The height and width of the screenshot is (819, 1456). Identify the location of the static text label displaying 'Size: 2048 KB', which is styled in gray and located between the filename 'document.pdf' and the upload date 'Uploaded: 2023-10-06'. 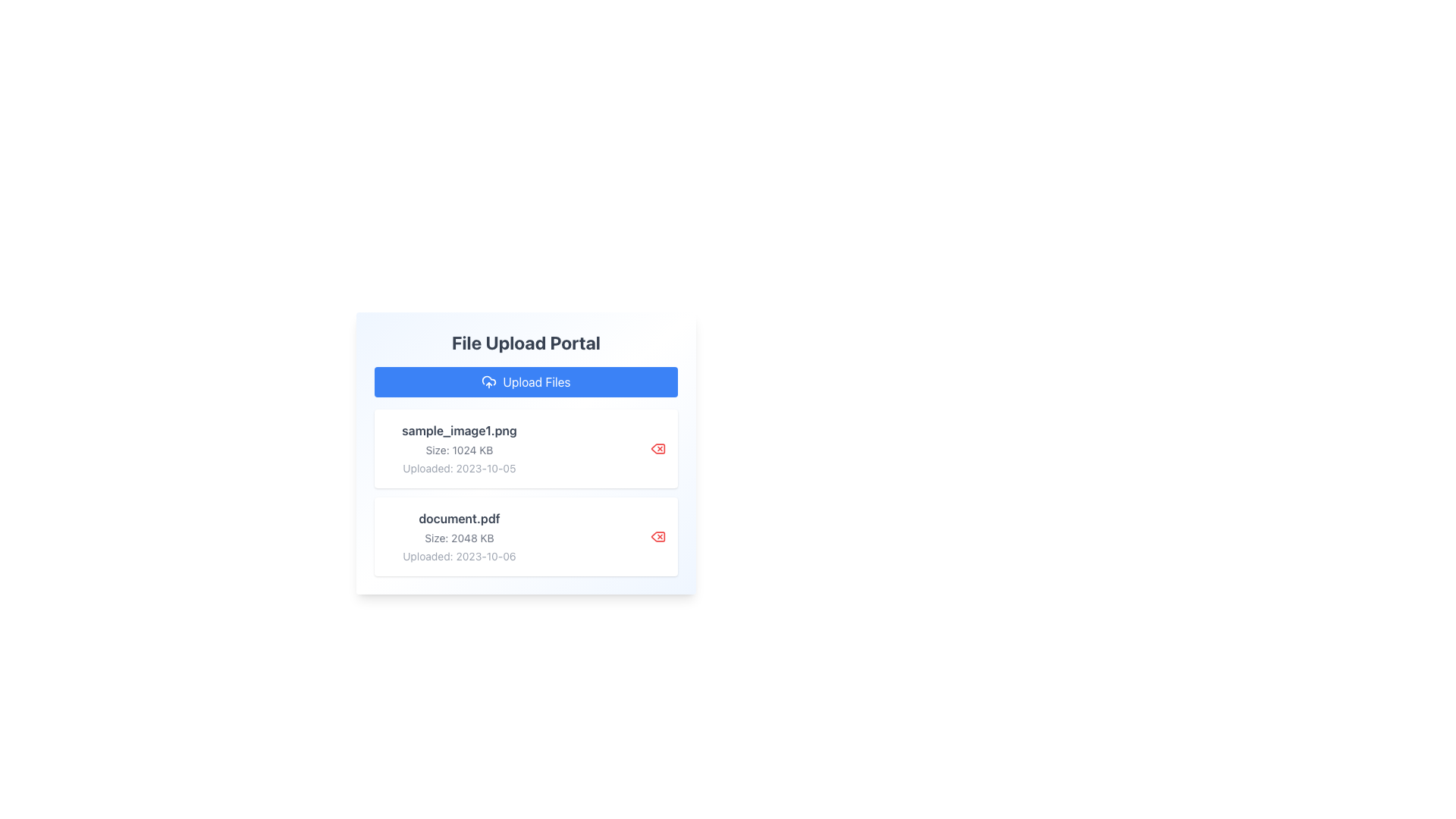
(458, 537).